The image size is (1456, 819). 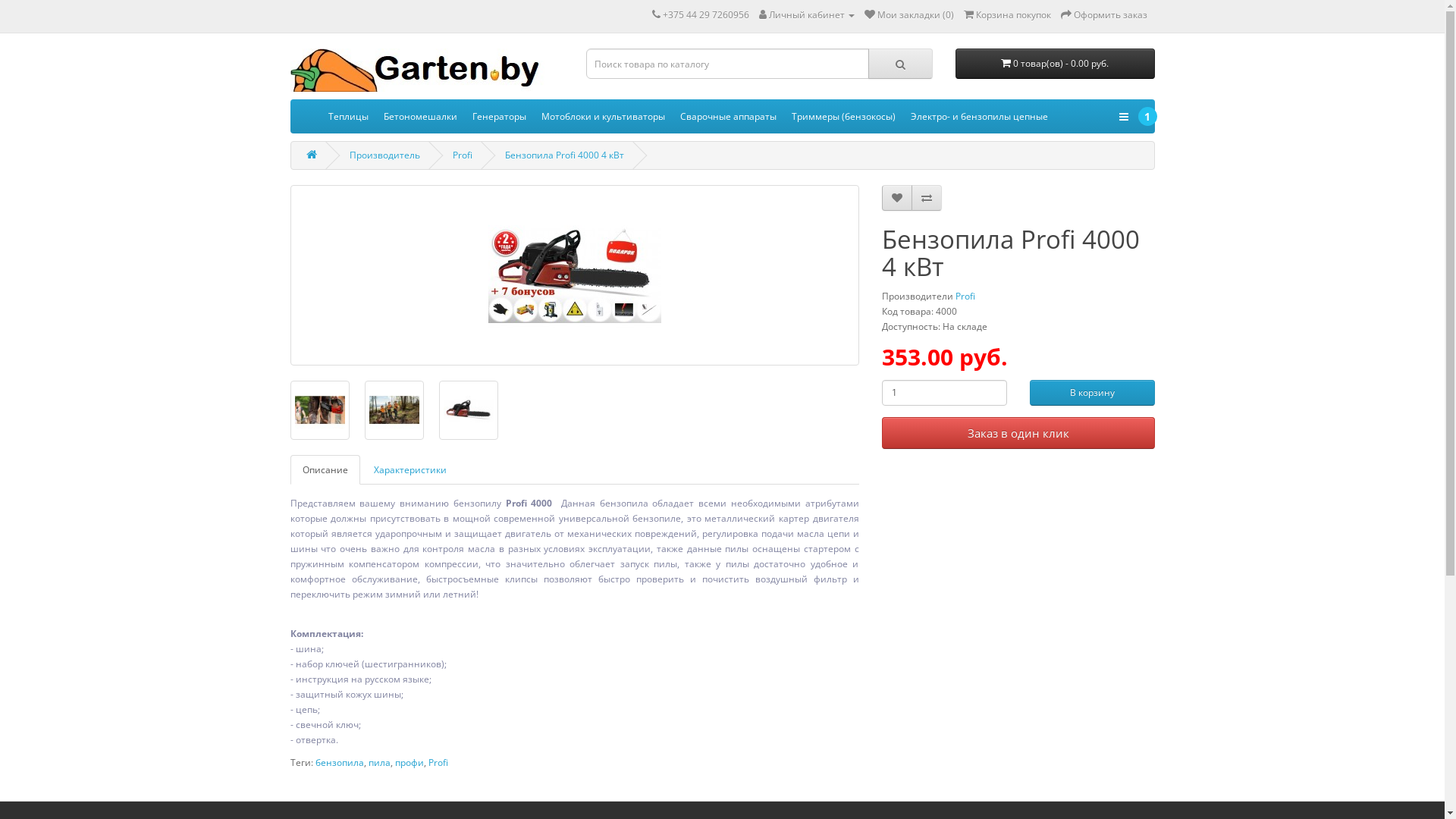 What do you see at coordinates (964, 296) in the screenshot?
I see `'Profi'` at bounding box center [964, 296].